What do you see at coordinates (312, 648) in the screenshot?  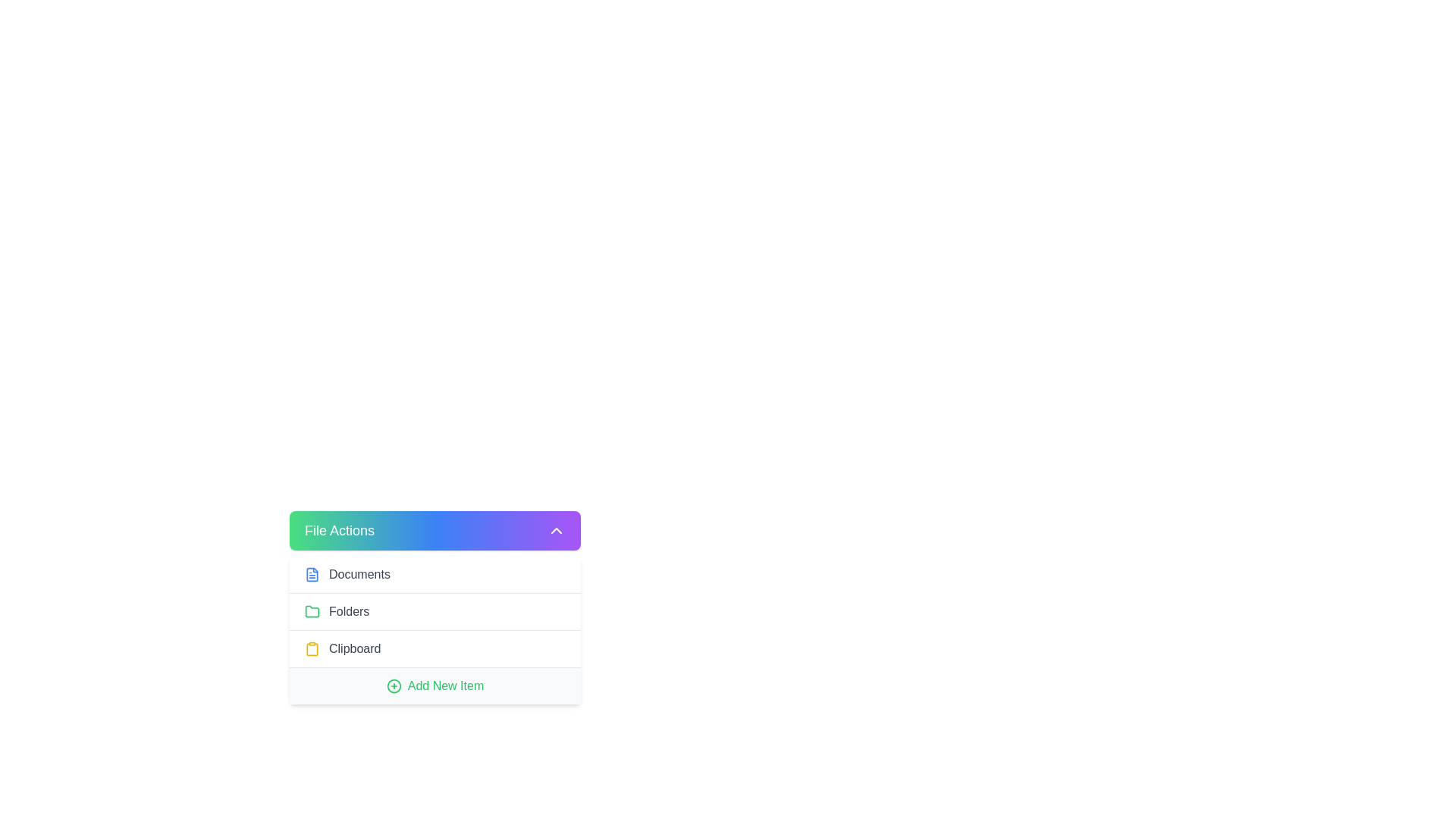 I see `the clipboard icon located in the 'File Actions' menu, specifically in the third row labeled 'Clipboard'` at bounding box center [312, 648].